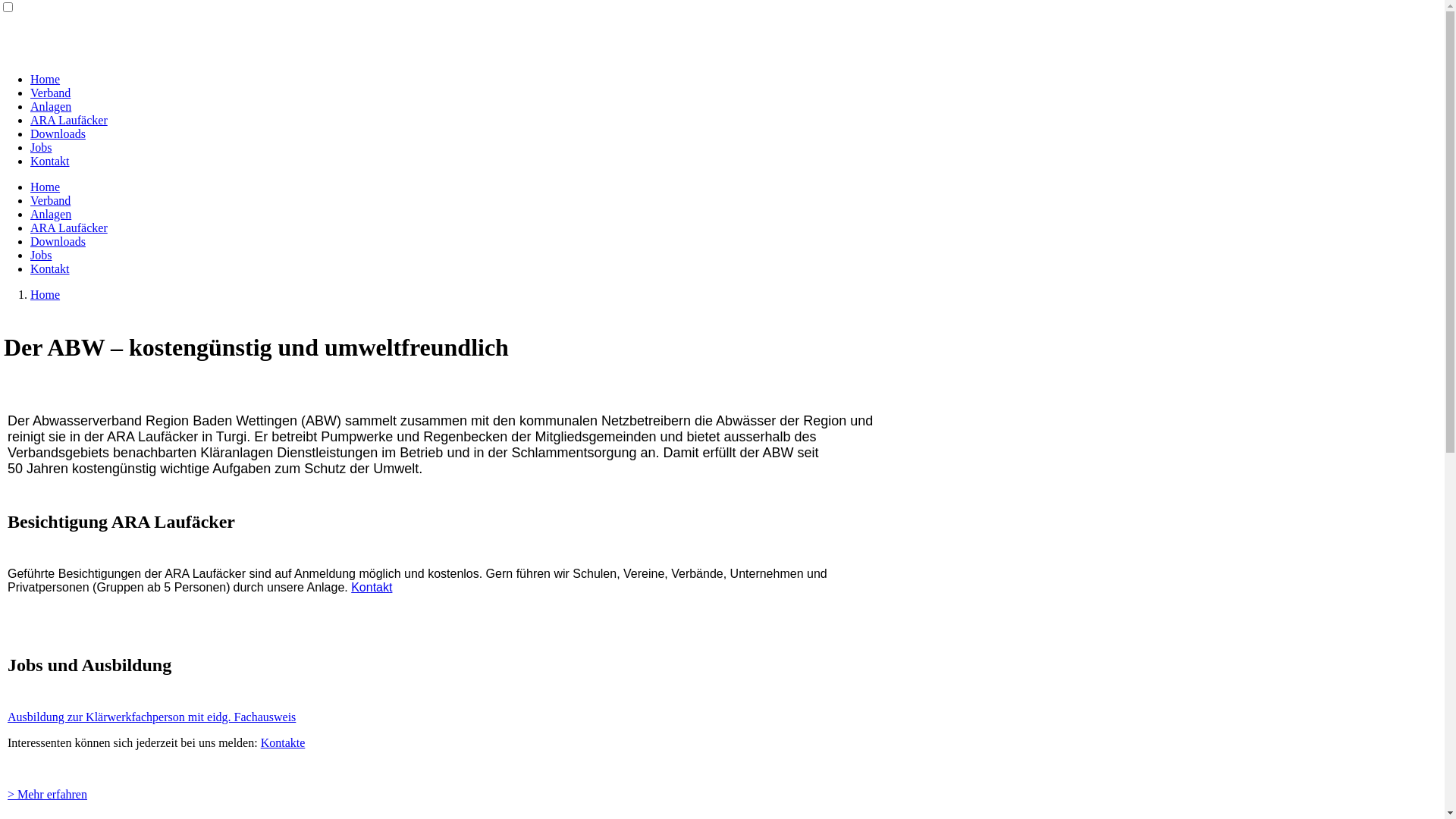 The width and height of the screenshot is (1456, 819). I want to click on '> Mehr erfahren', so click(47, 792).